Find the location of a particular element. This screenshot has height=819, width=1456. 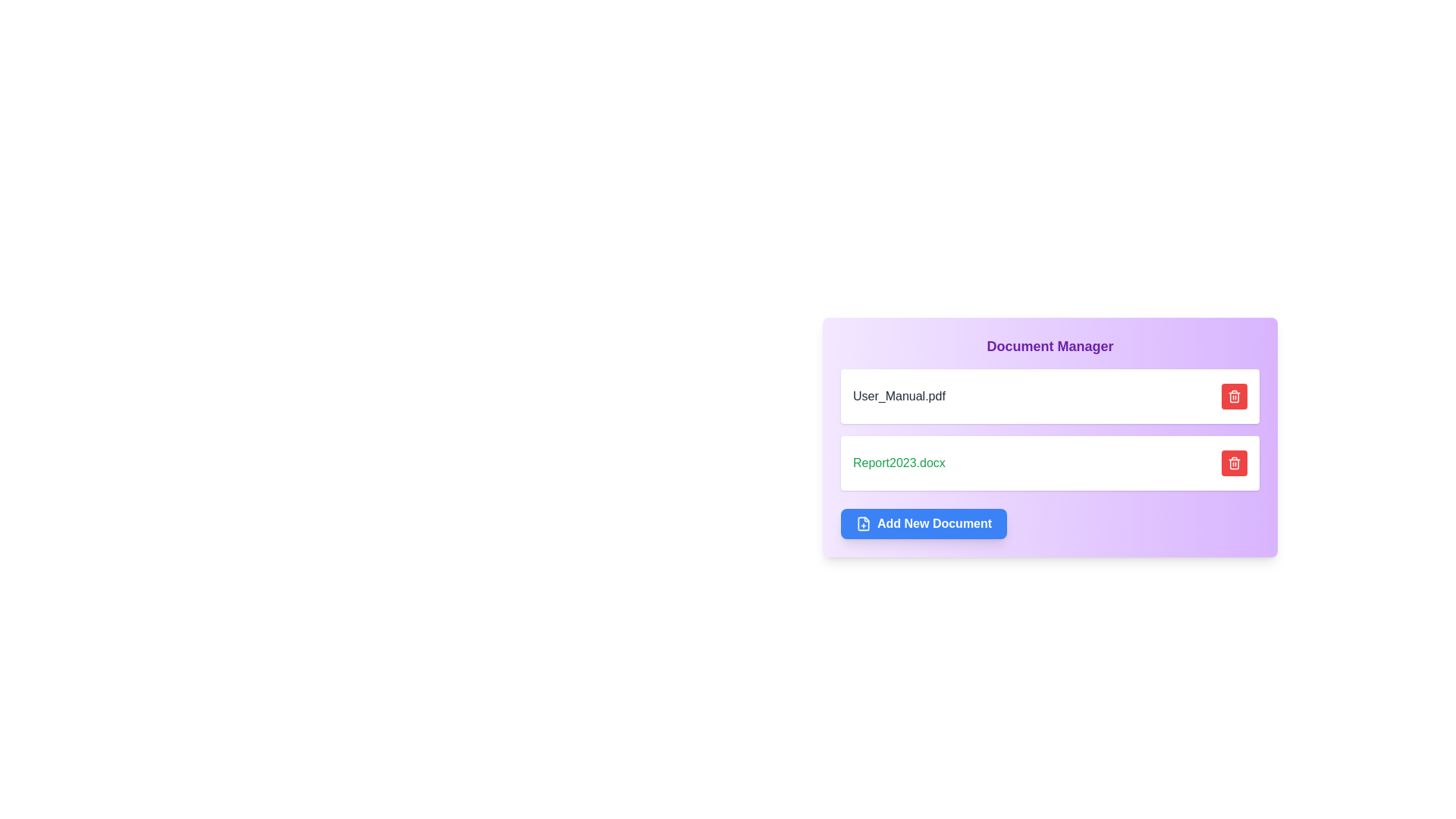

the document entry for 'User_Manual.pdf' in the 'Document Manager' section using the keyboard is located at coordinates (1050, 396).